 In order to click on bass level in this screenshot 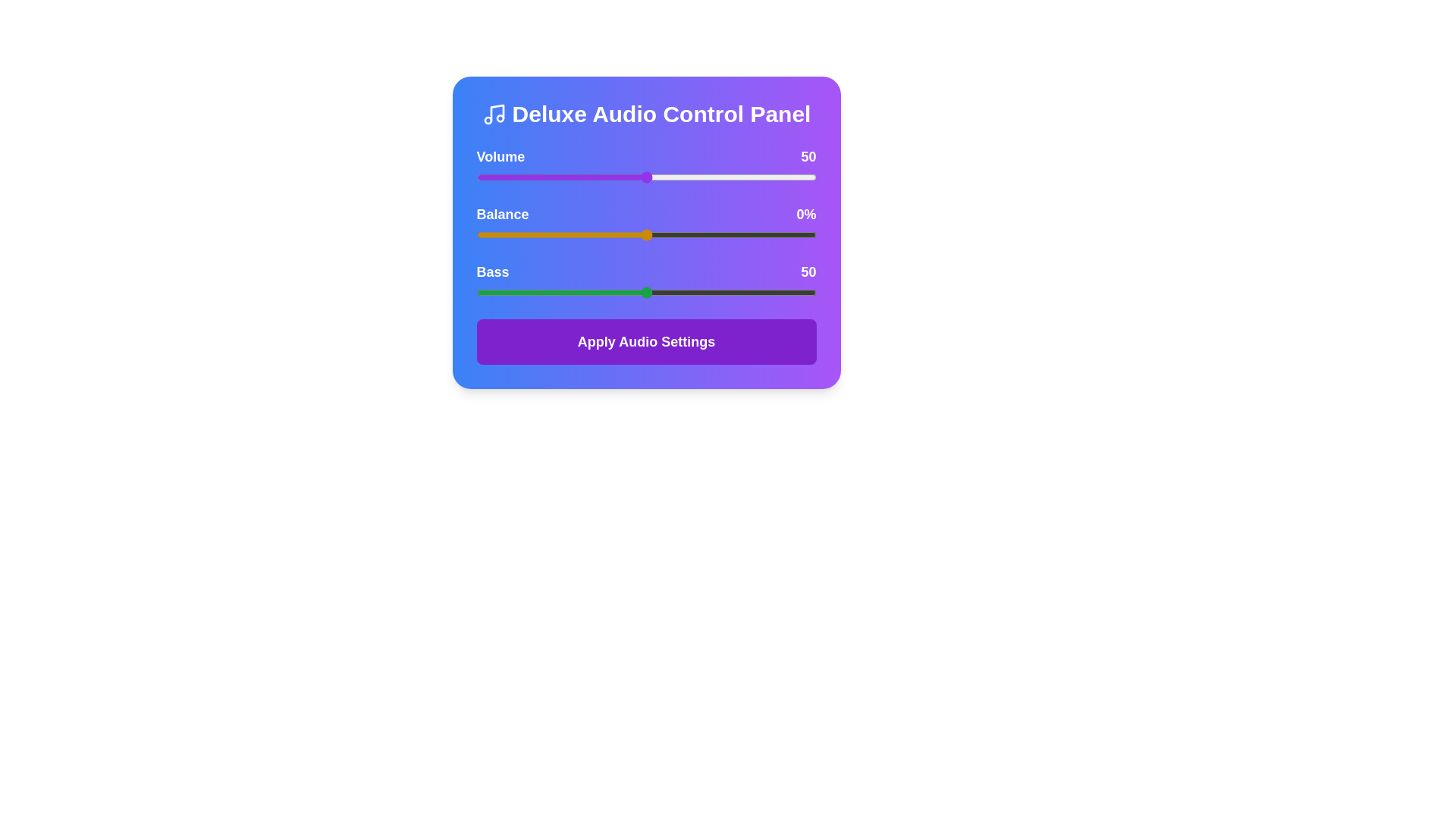, I will do `click(646, 292)`.